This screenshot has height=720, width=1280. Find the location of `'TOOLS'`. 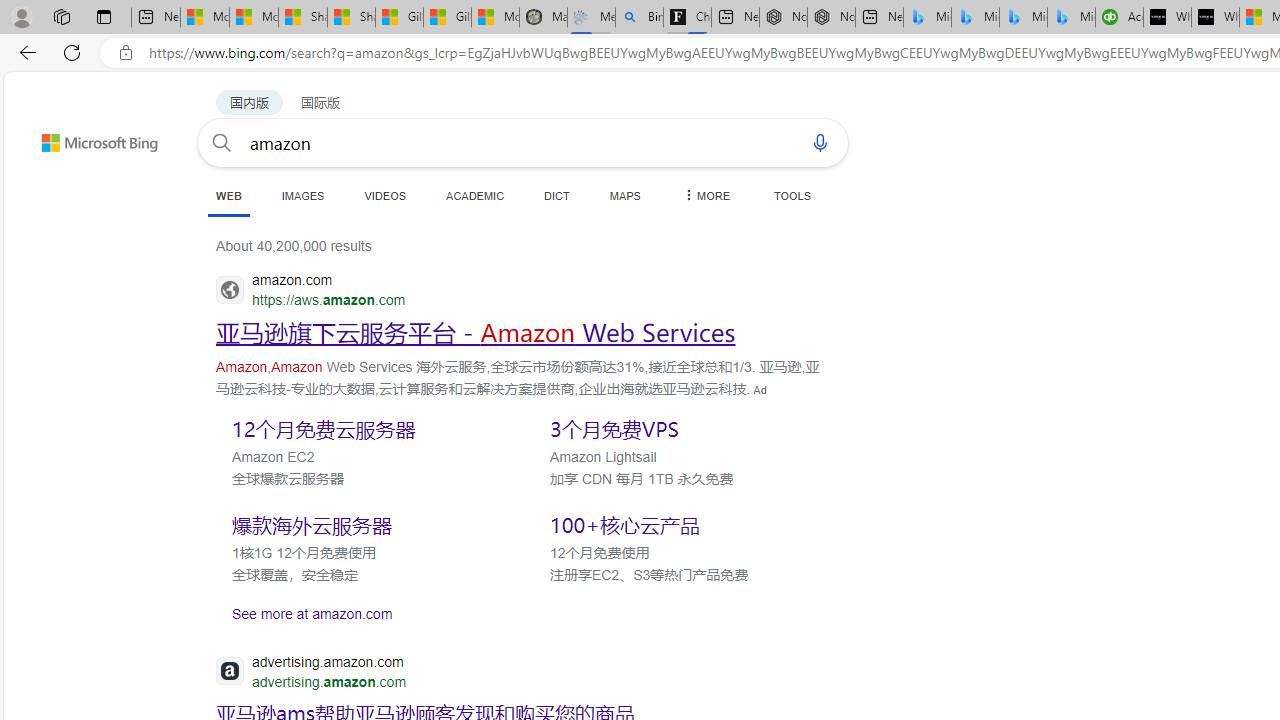

'TOOLS' is located at coordinates (791, 195).